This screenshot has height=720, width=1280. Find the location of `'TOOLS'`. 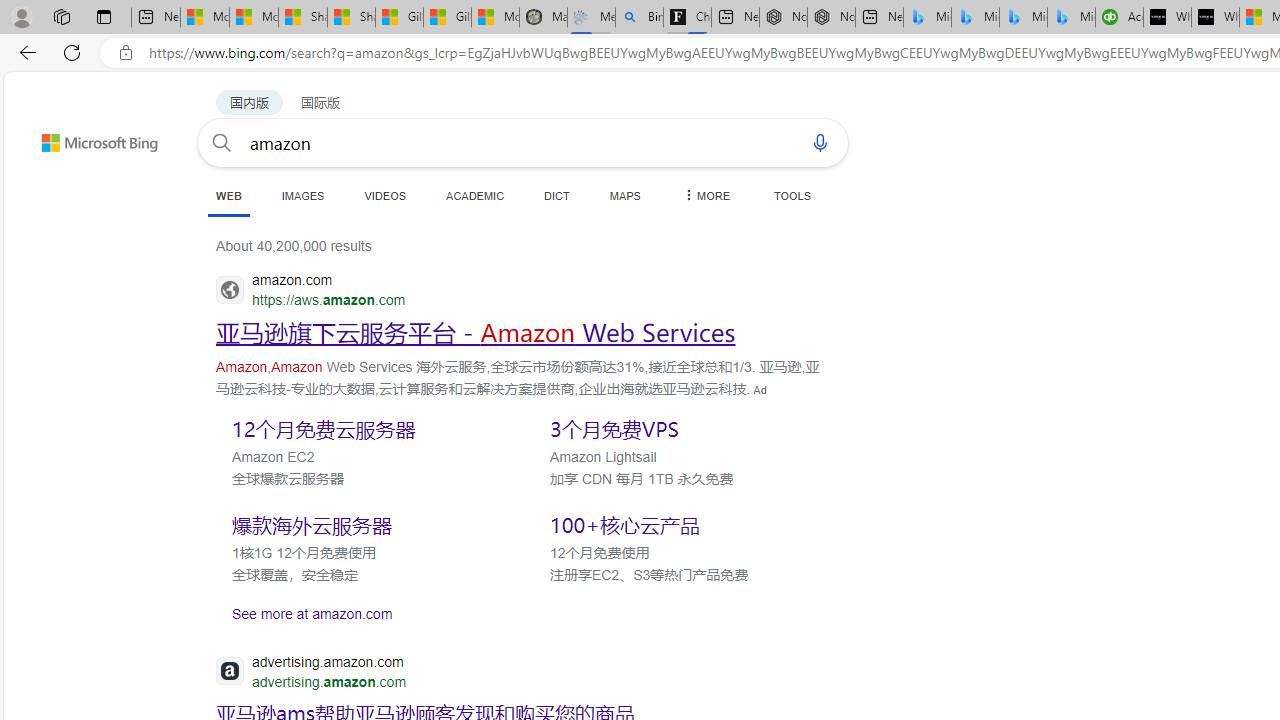

'TOOLS' is located at coordinates (791, 195).